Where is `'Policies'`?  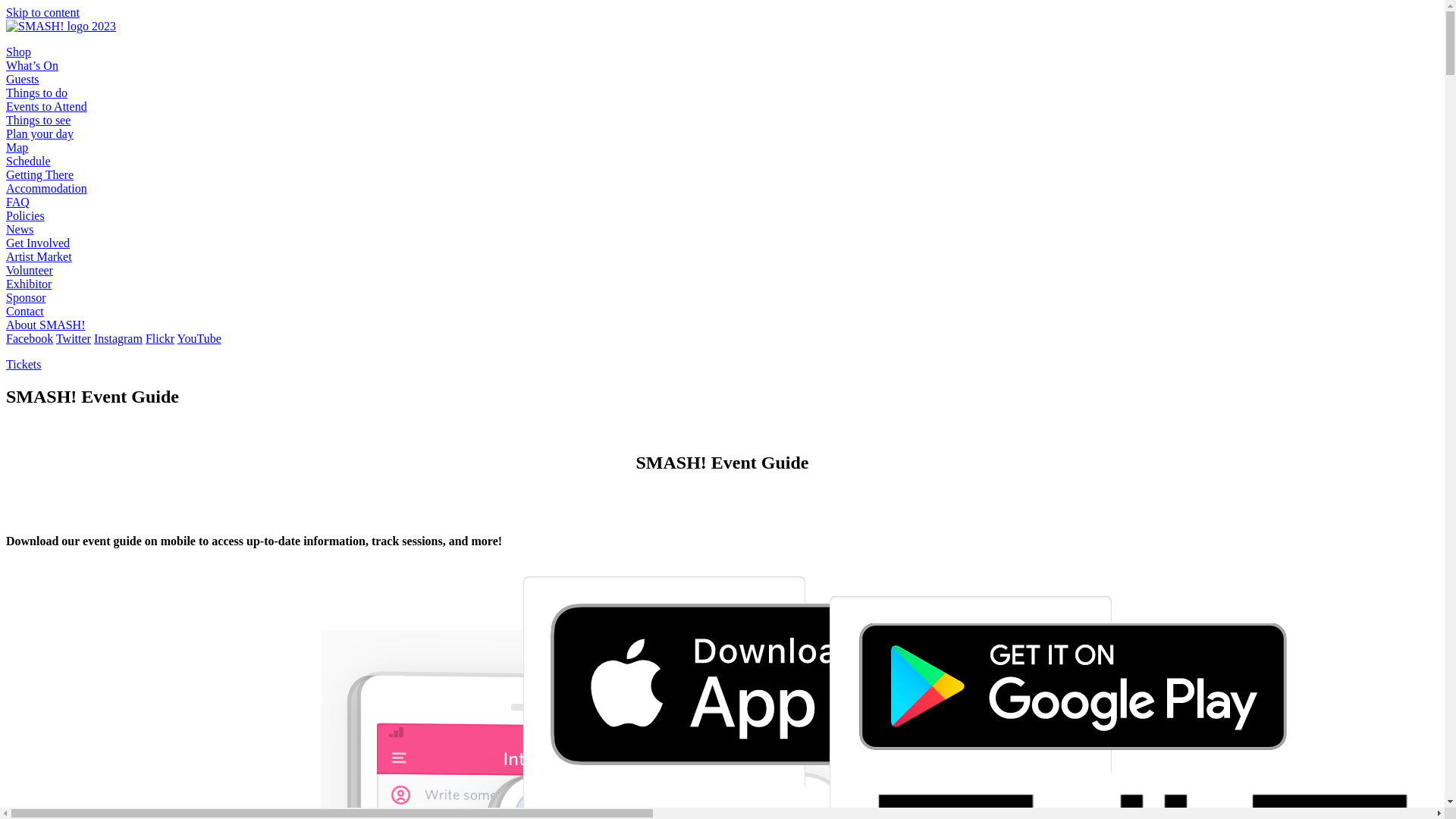
'Policies' is located at coordinates (6, 215).